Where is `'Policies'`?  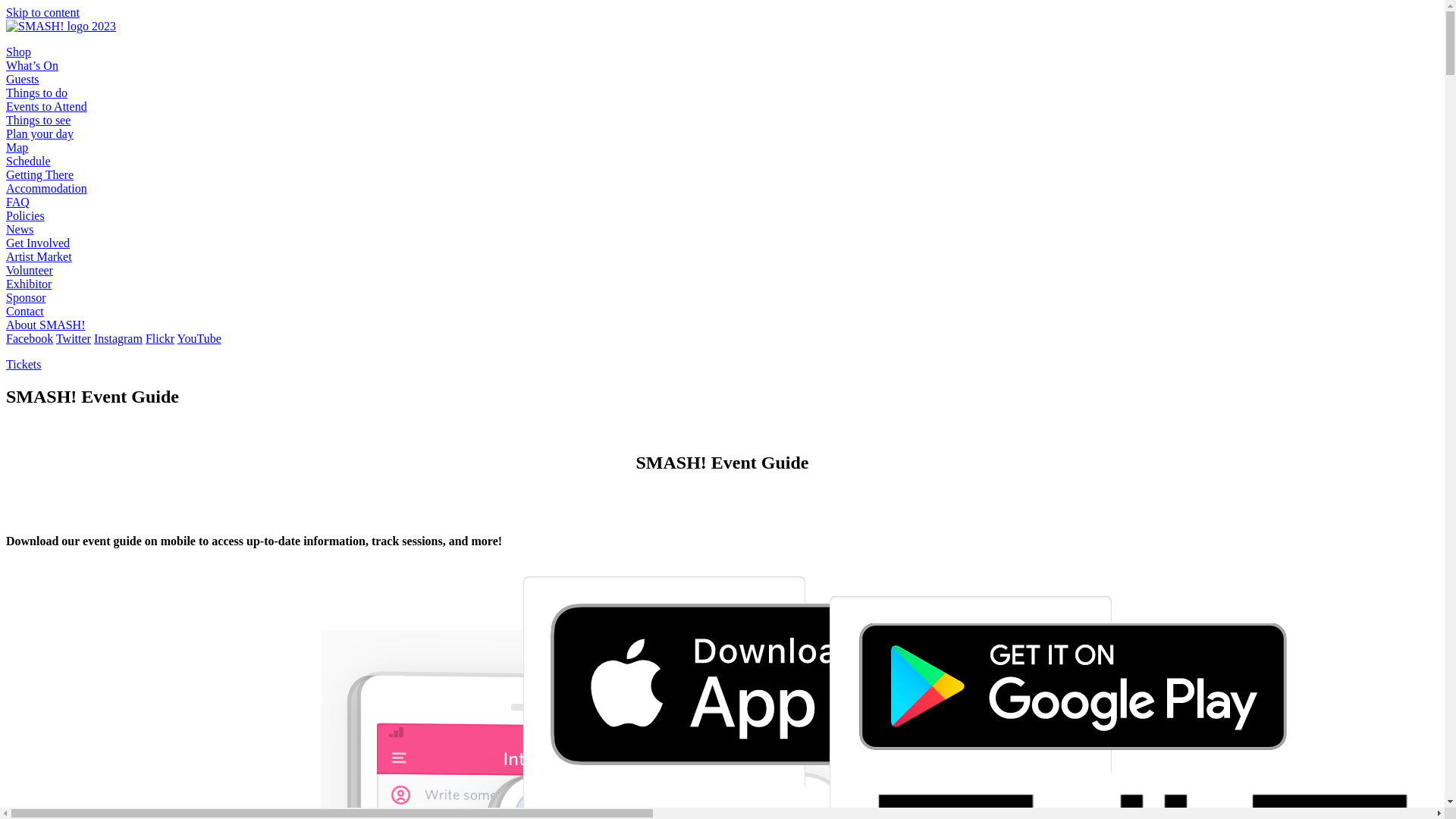
'Policies' is located at coordinates (6, 215).